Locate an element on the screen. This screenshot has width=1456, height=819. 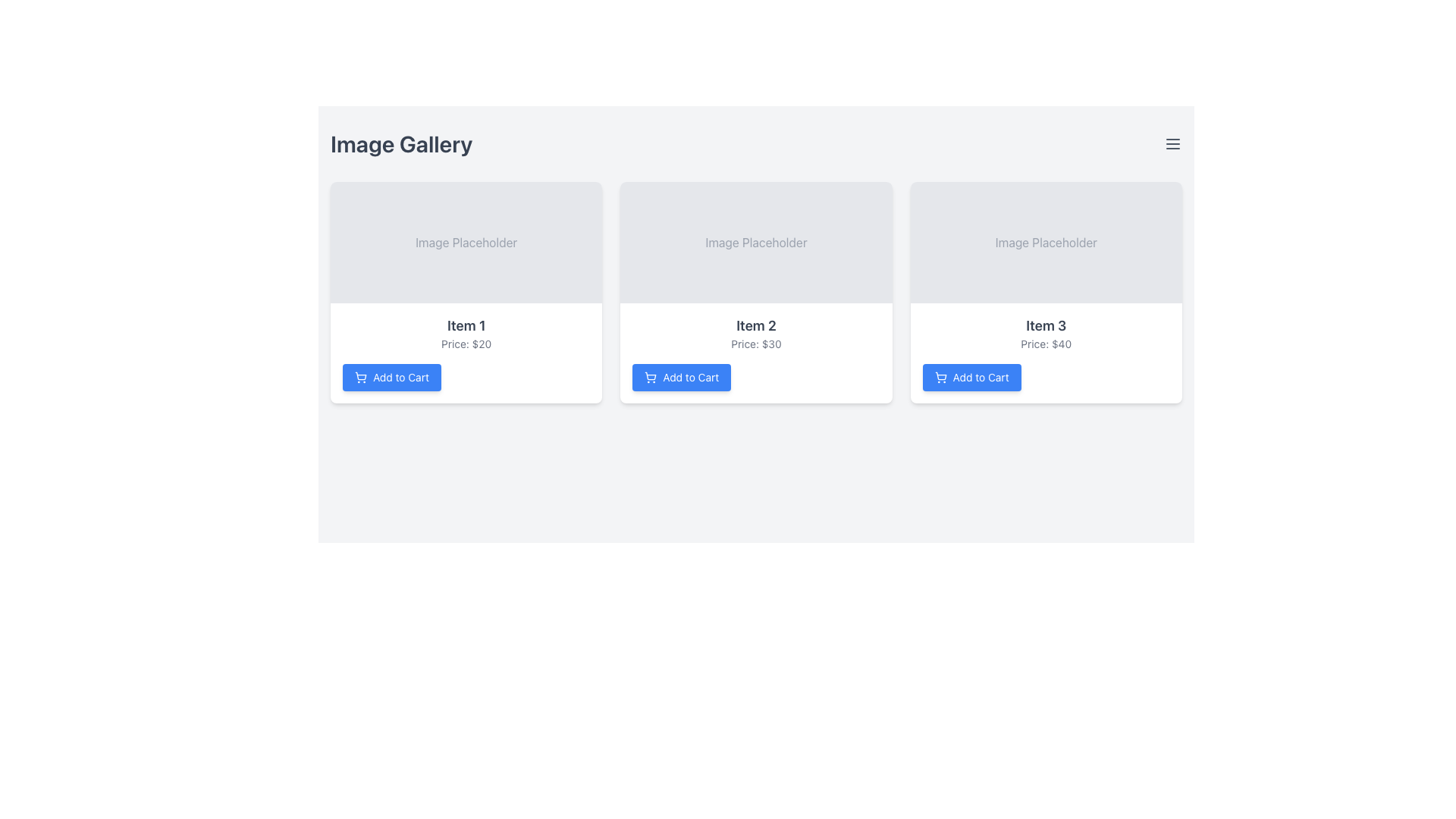
the static text component that indicates the placeholder for an image, located centrally in the top section of the third card is located at coordinates (1045, 242).